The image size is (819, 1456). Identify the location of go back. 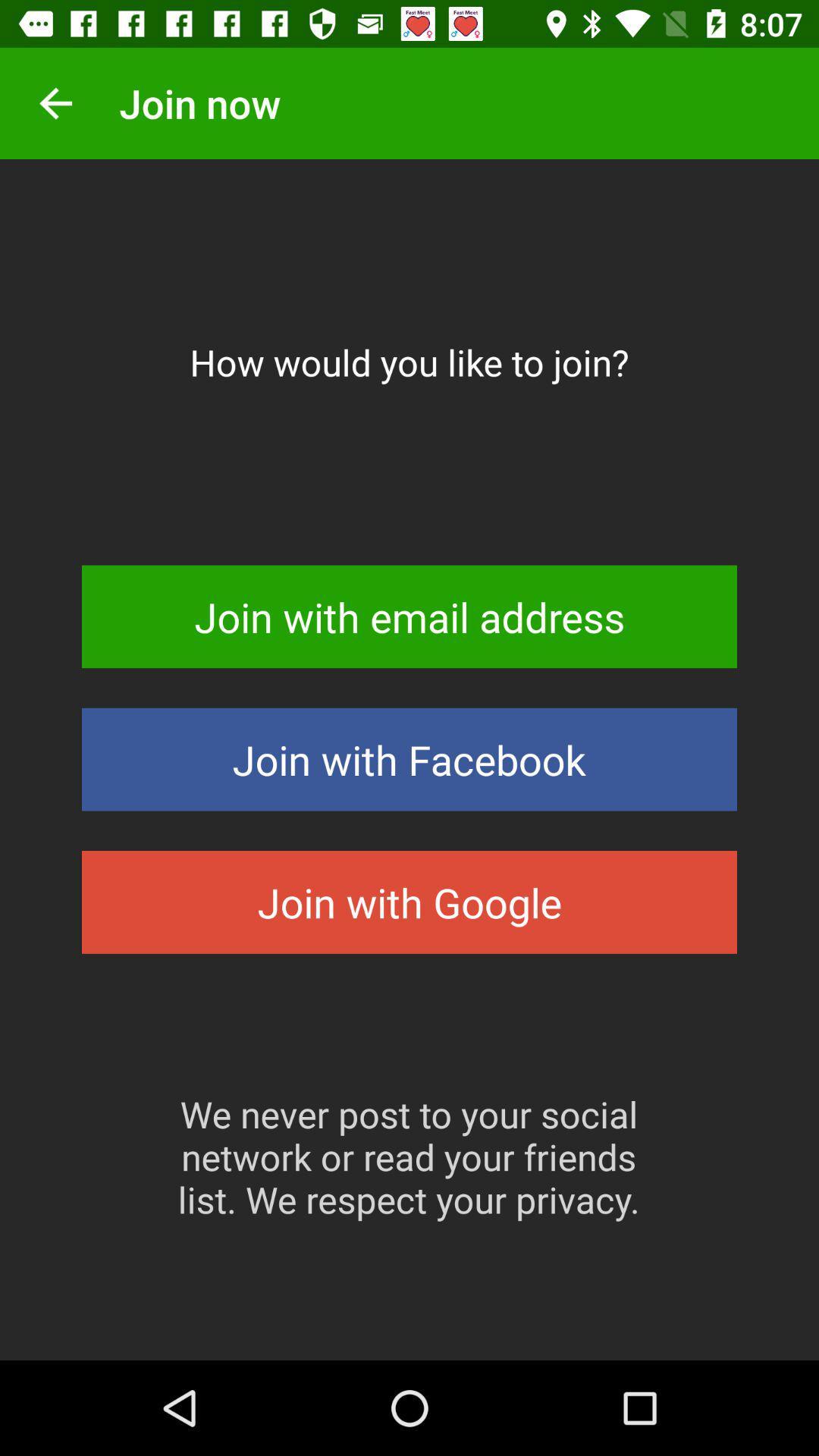
(55, 102).